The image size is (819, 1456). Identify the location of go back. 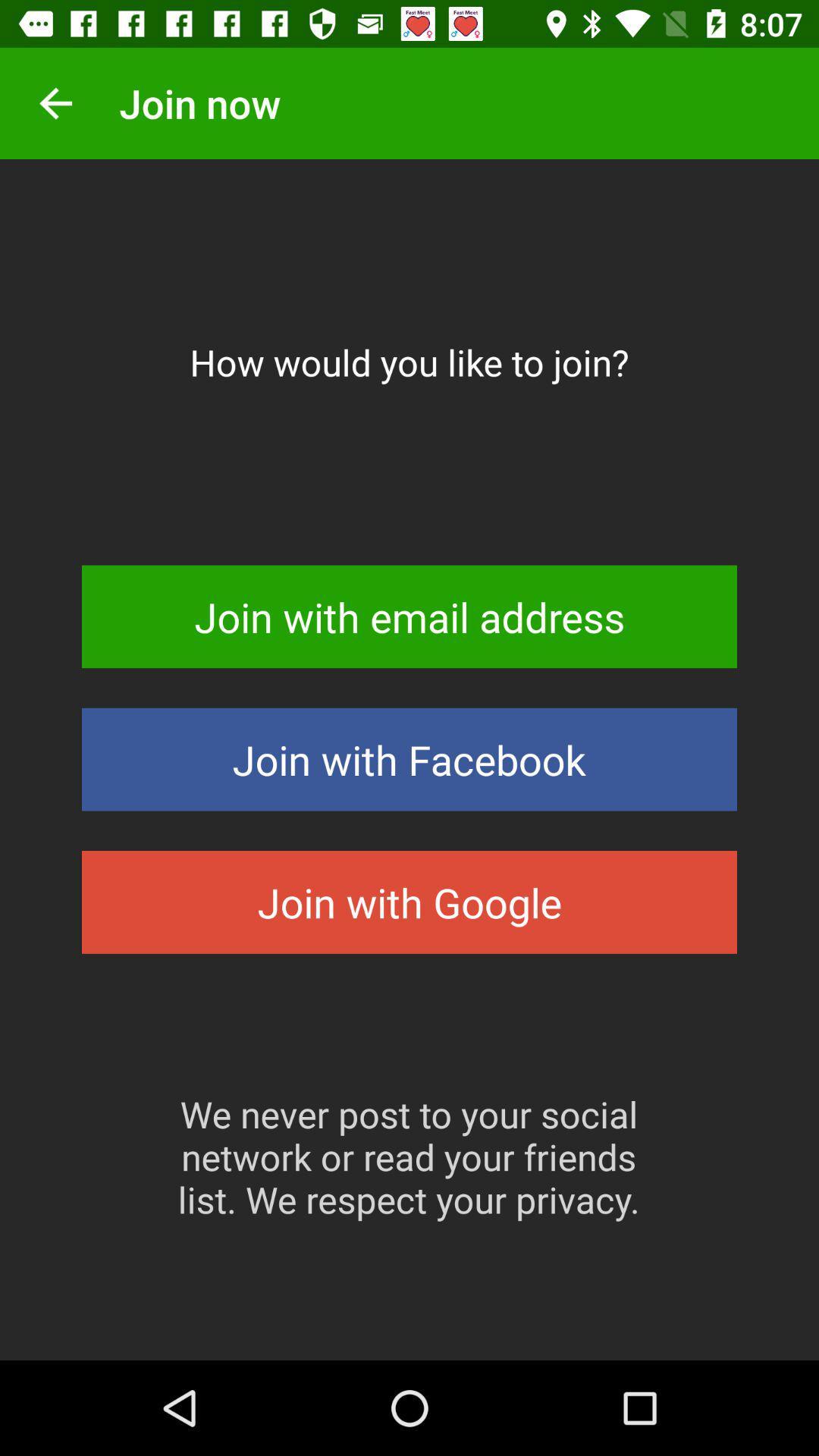
(55, 102).